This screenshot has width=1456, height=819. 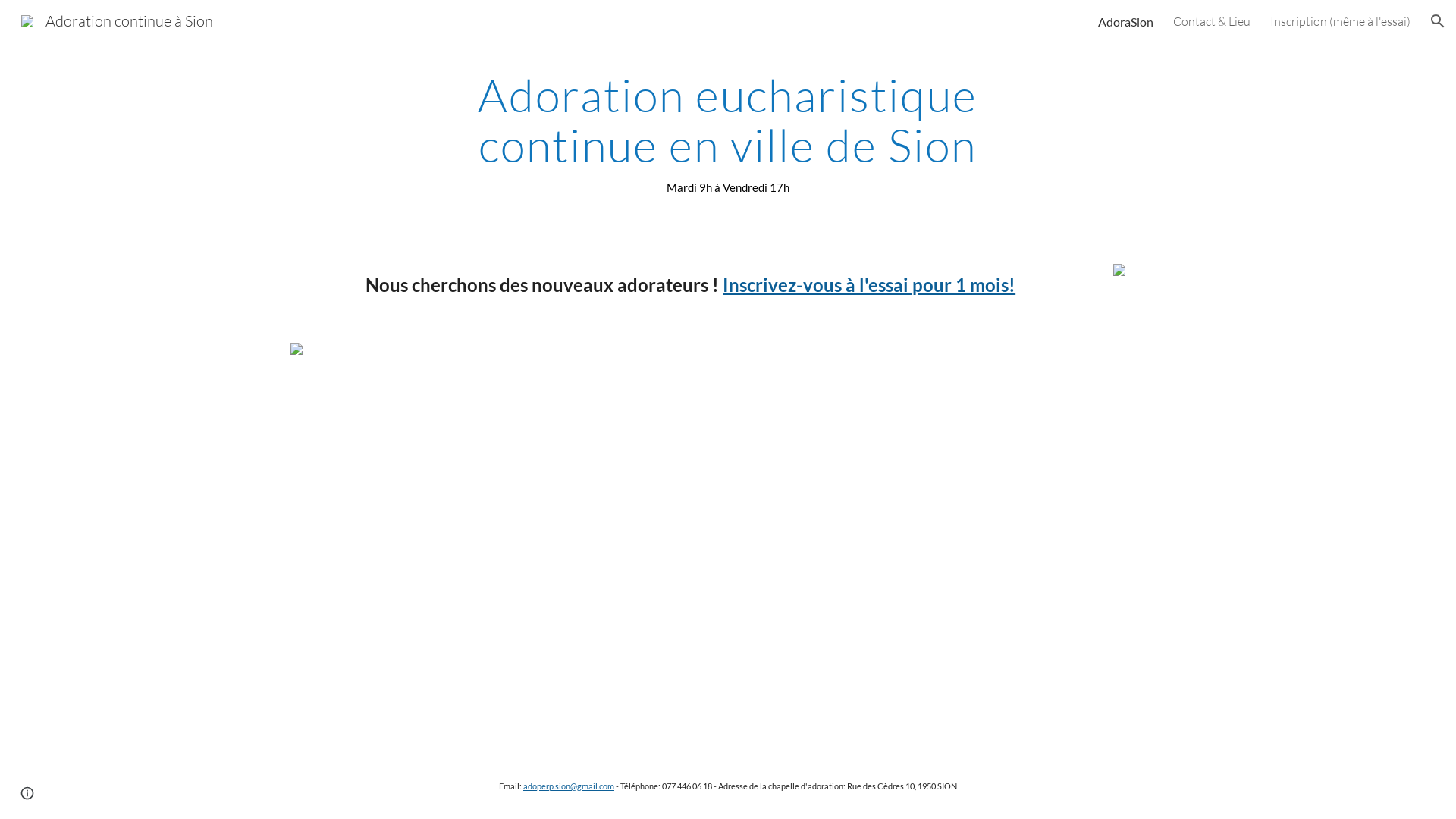 I want to click on 'AdoraSion', so click(x=1098, y=20).